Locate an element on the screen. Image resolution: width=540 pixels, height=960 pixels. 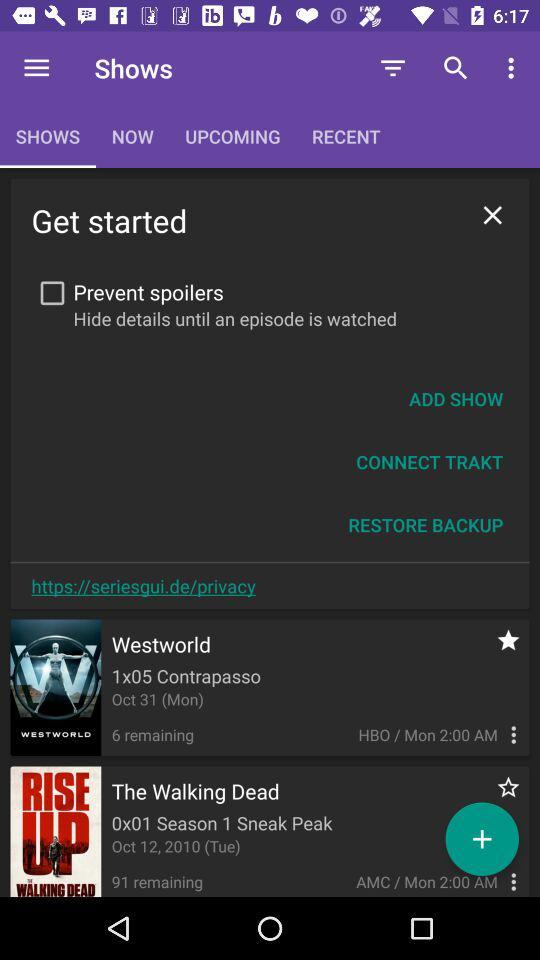
the item to the right of https seriesgui de is located at coordinates (424, 524).